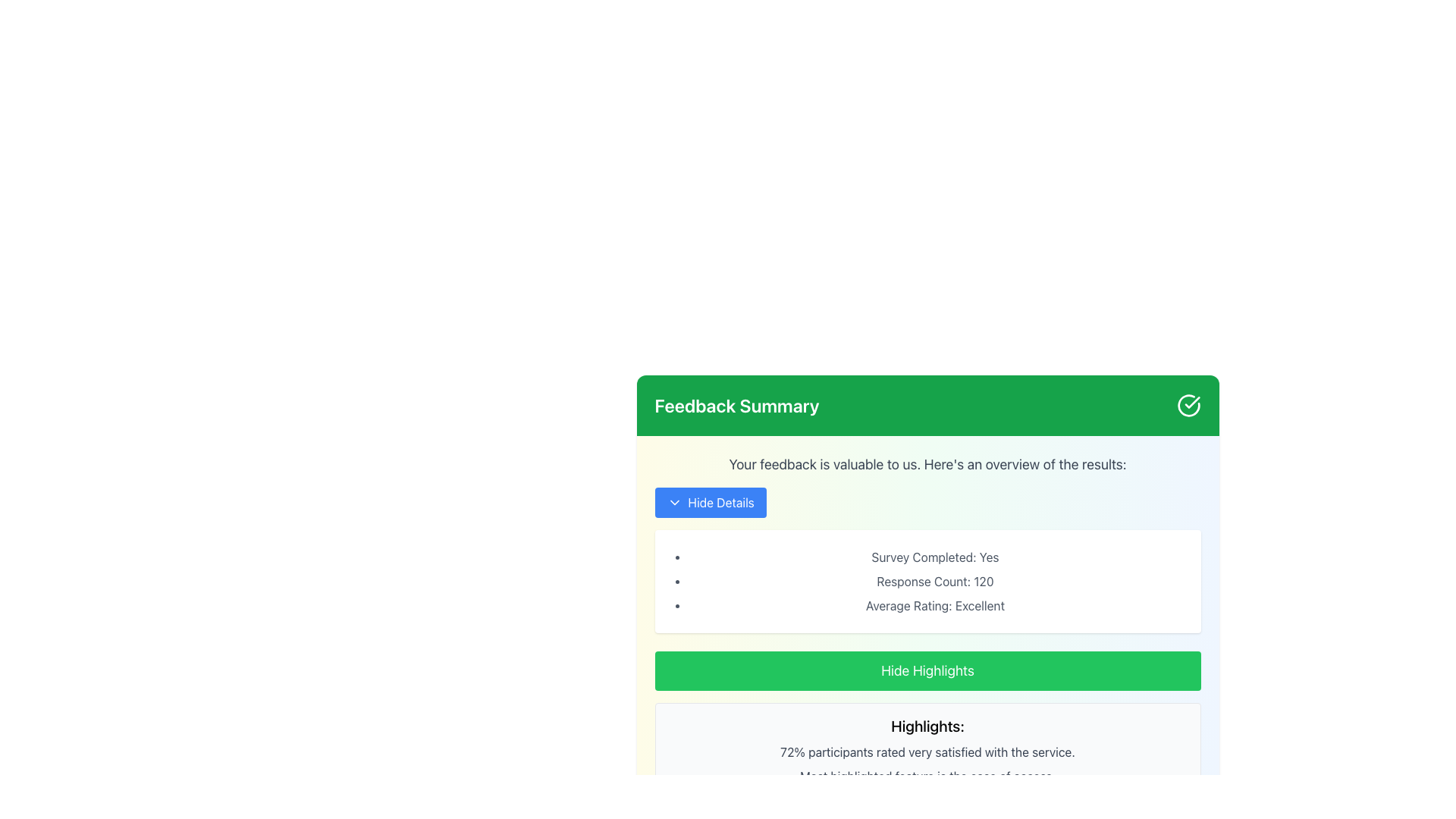 The image size is (1456, 819). I want to click on text element displaying the message 'Your feedback is valuable to us. Here's an overview of the results:' in gray font, located below the 'Feedback Summary' header and above the 'Hide Details' button, so click(927, 464).